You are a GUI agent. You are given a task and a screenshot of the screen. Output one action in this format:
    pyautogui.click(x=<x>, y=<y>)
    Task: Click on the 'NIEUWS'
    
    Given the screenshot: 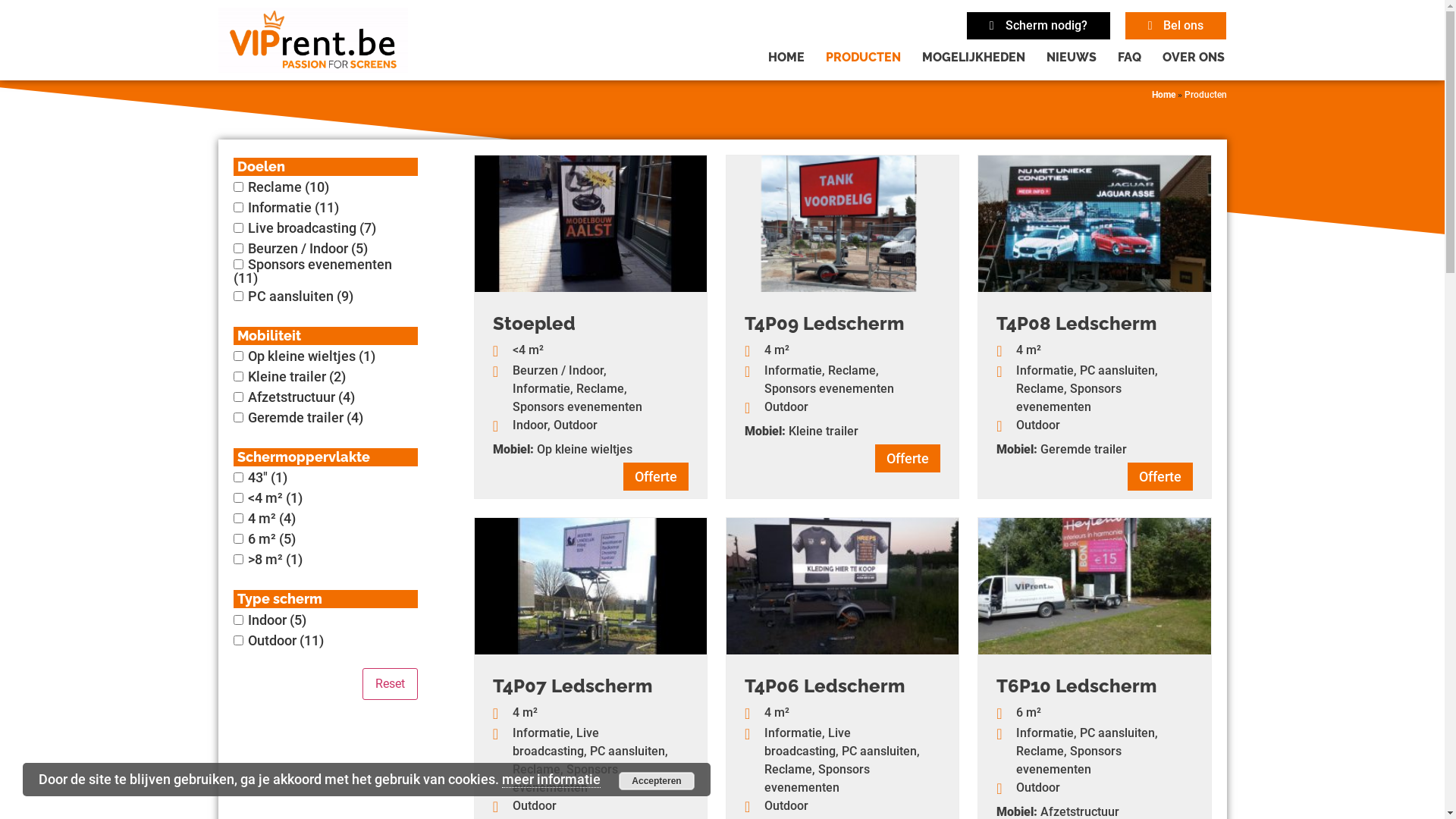 What is the action you would take?
    pyautogui.click(x=1070, y=57)
    